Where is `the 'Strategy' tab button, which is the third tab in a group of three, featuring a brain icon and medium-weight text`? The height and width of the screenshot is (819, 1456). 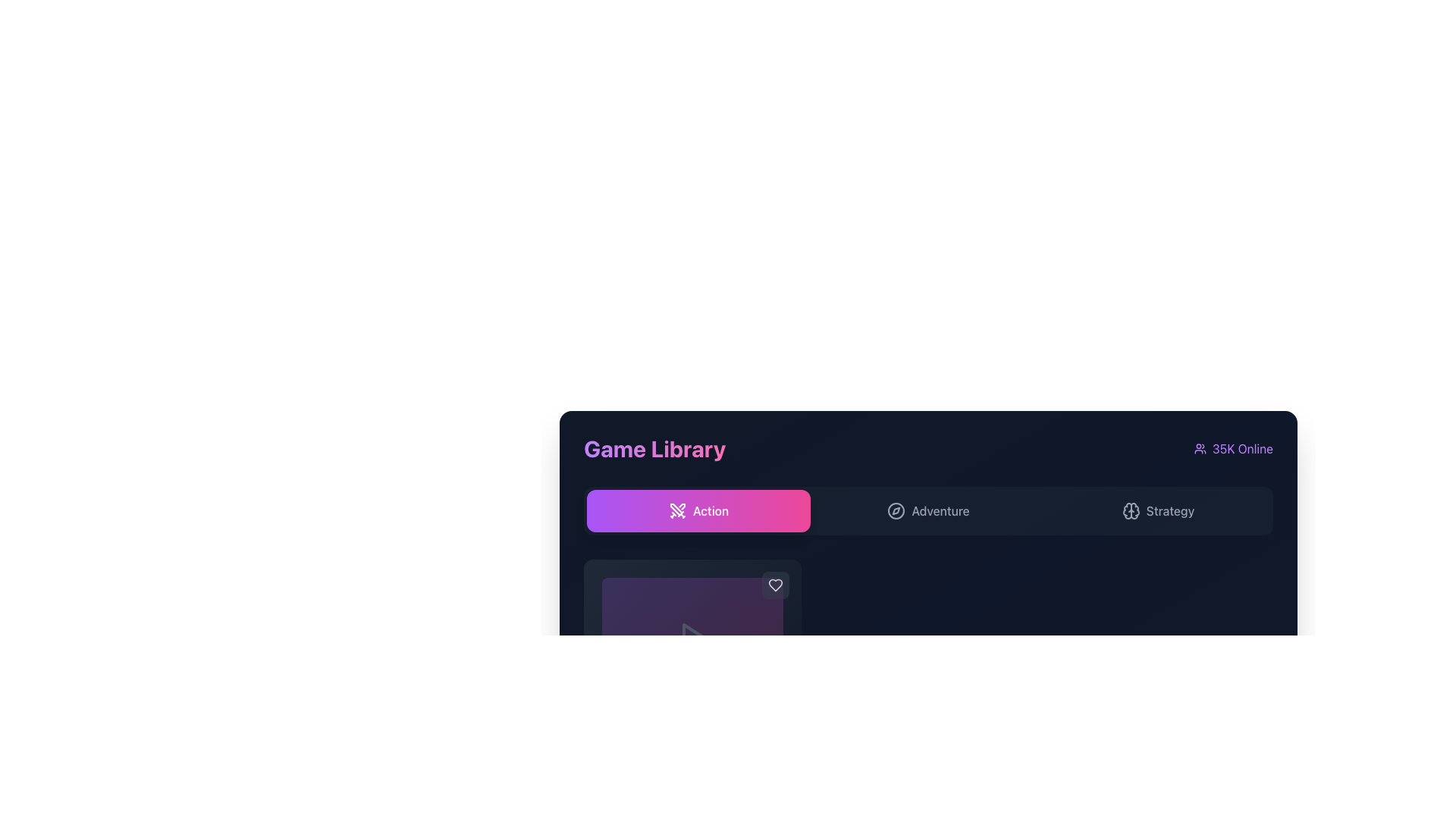
the 'Strategy' tab button, which is the third tab in a group of three, featuring a brain icon and medium-weight text is located at coordinates (1157, 511).